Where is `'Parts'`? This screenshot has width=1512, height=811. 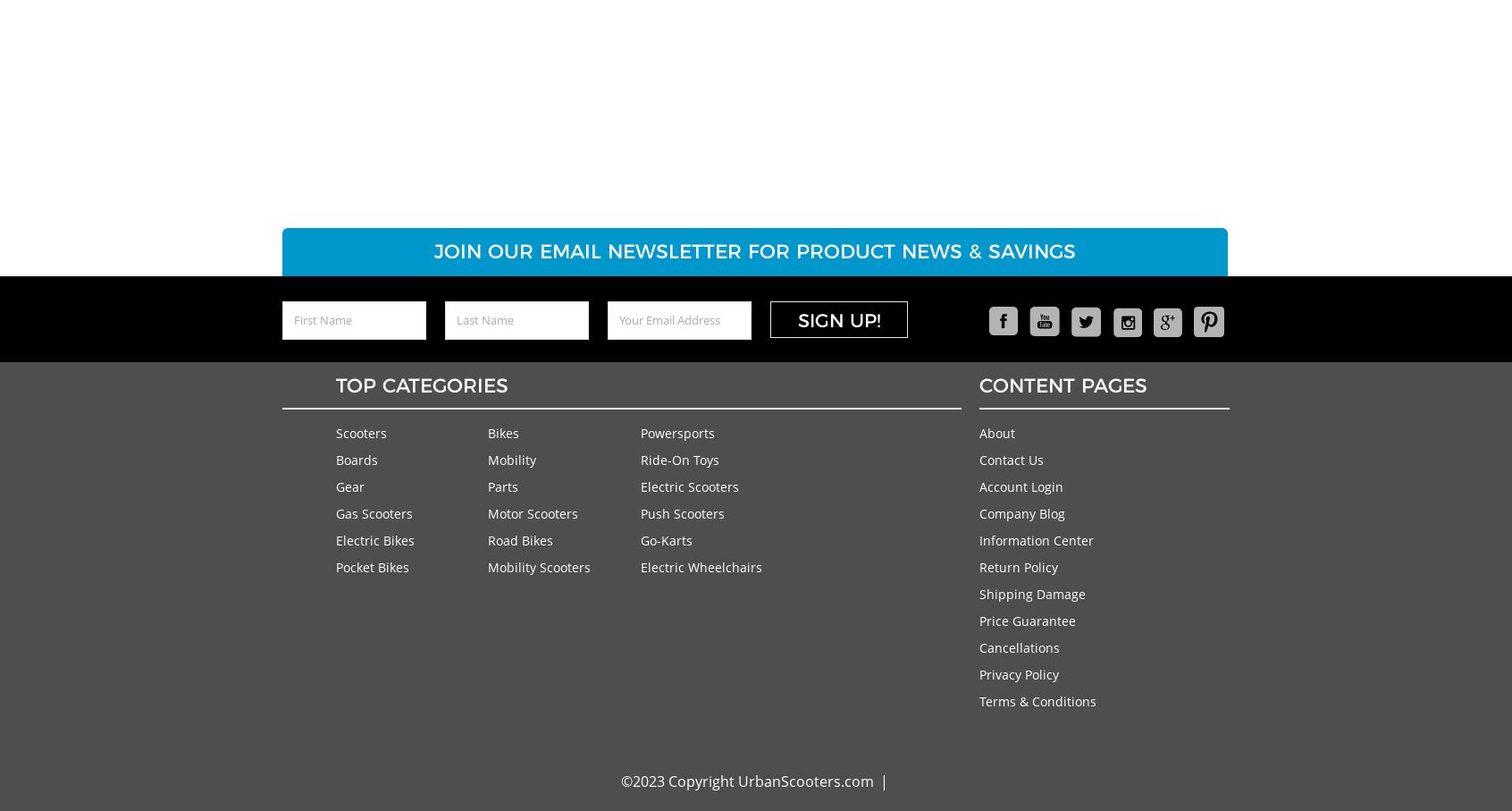
'Parts' is located at coordinates (502, 486).